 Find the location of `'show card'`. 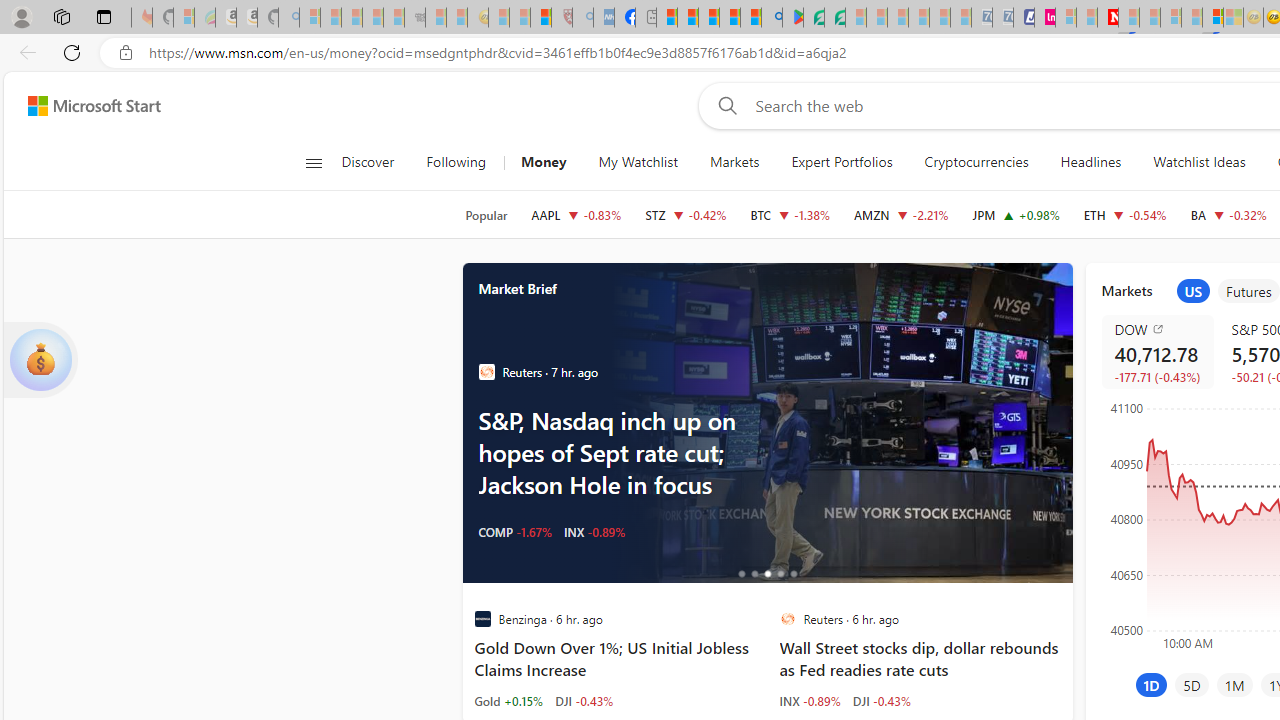

'show card' is located at coordinates (40, 360).